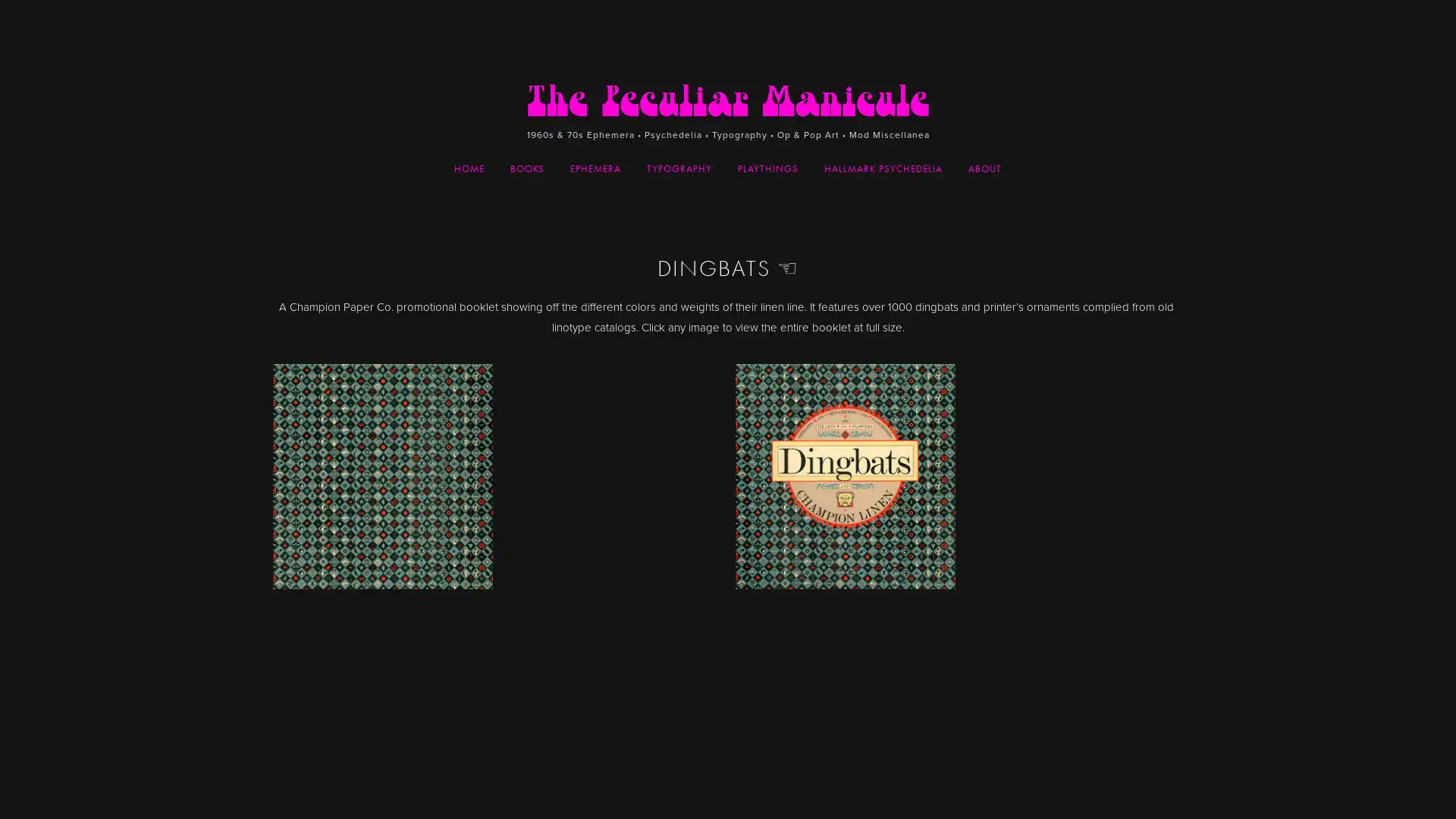 The image size is (1456, 819). I want to click on View fullsize dingbats_cover-2.jpg, so click(959, 587).